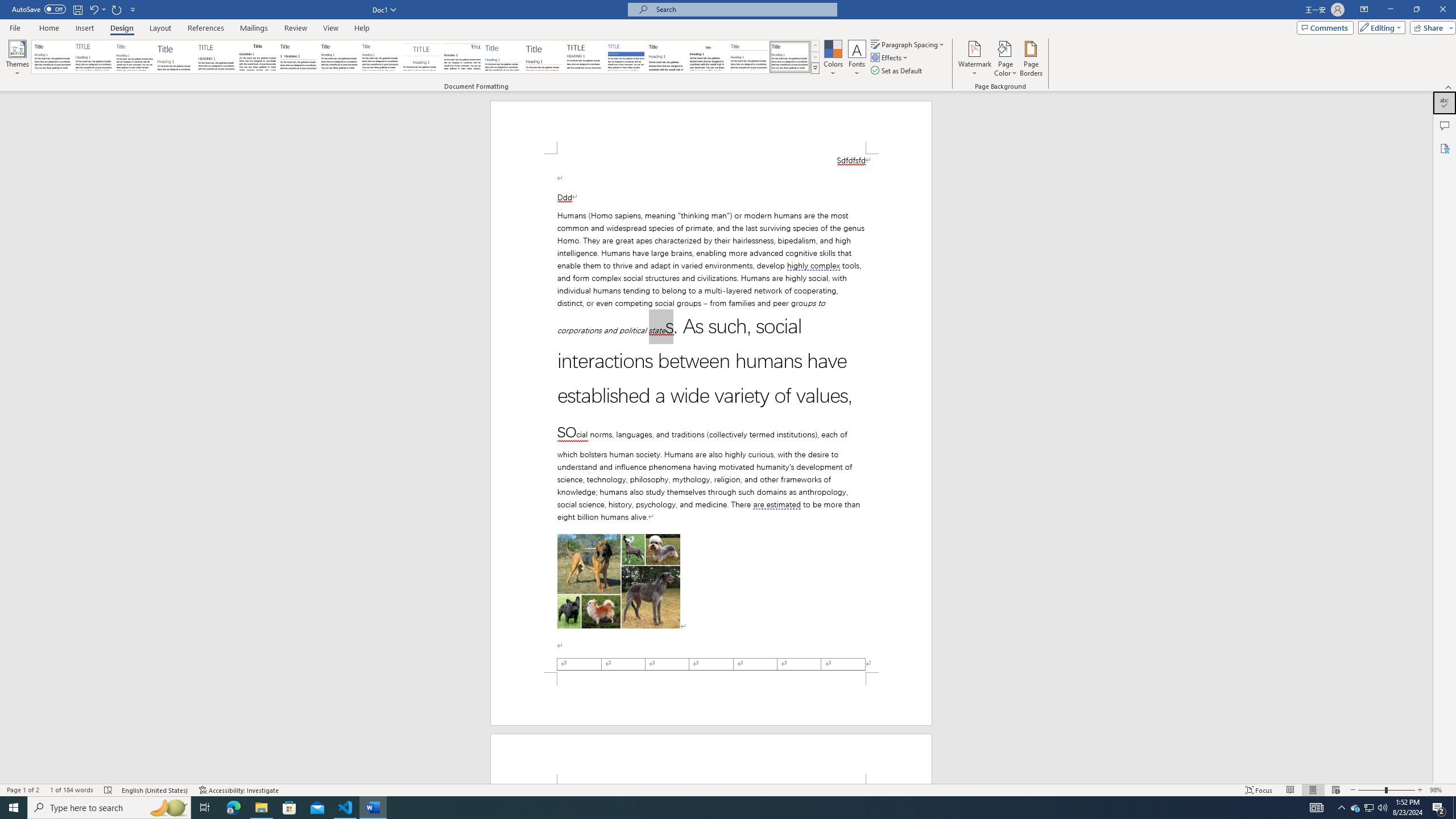 The width and height of the screenshot is (1456, 819). I want to click on 'Basic (Elegant)', so click(93, 56).